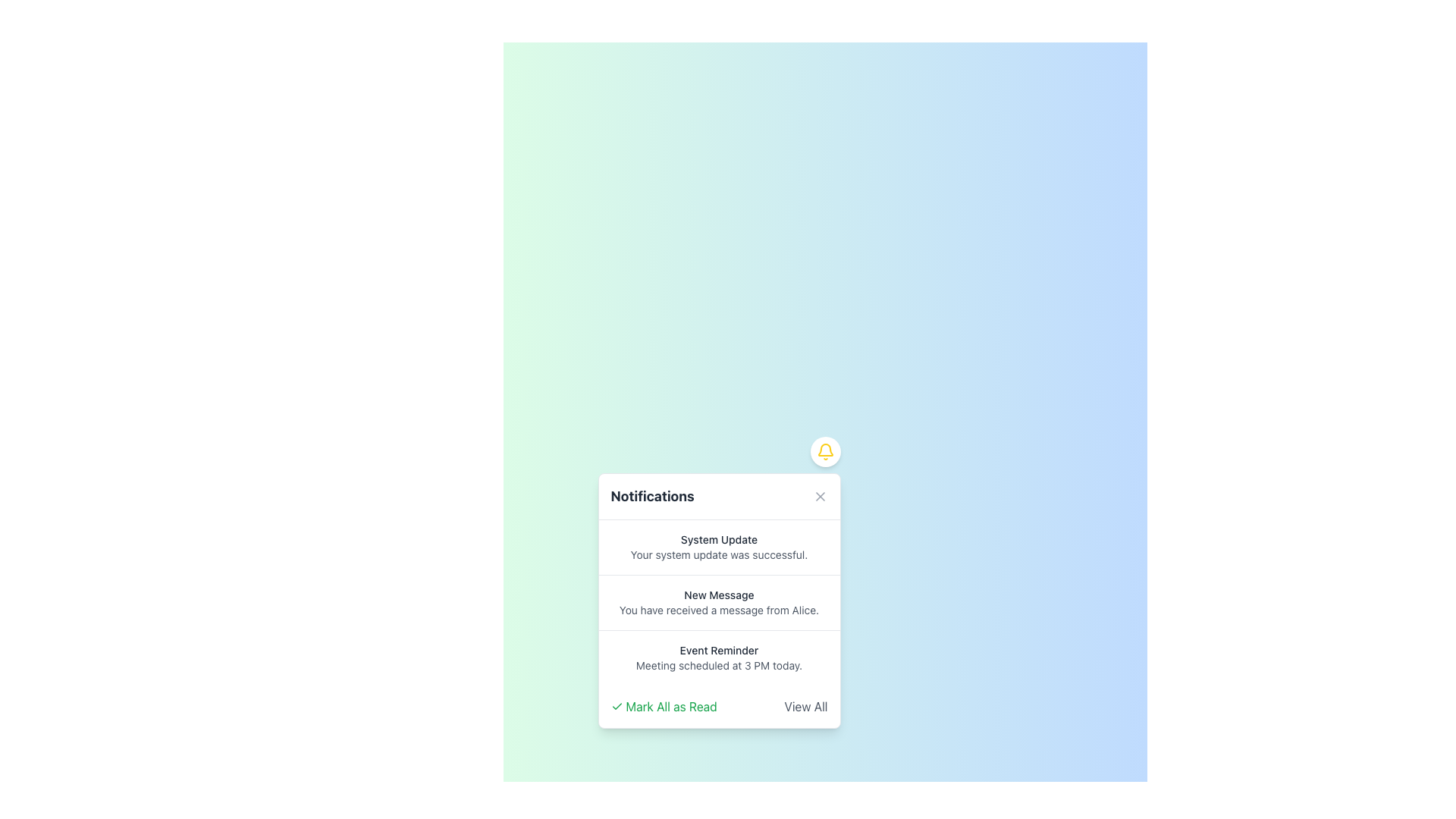 The height and width of the screenshot is (819, 1456). I want to click on the Text Label that reads 'Meeting scheduled at 3 PM today.' located beneath the 'Event Reminder' heading in the notification card, so click(718, 665).